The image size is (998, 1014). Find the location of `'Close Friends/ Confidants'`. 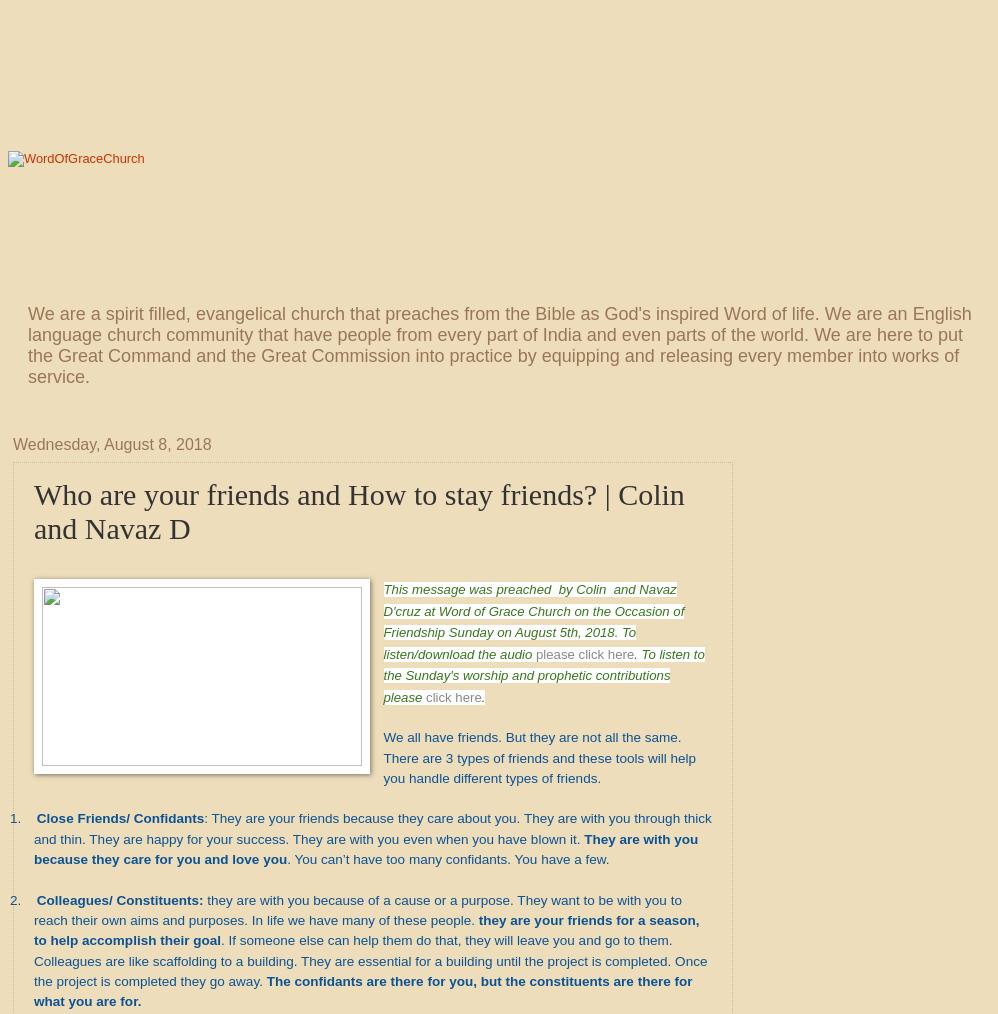

'Close Friends/ Confidants' is located at coordinates (119, 818).